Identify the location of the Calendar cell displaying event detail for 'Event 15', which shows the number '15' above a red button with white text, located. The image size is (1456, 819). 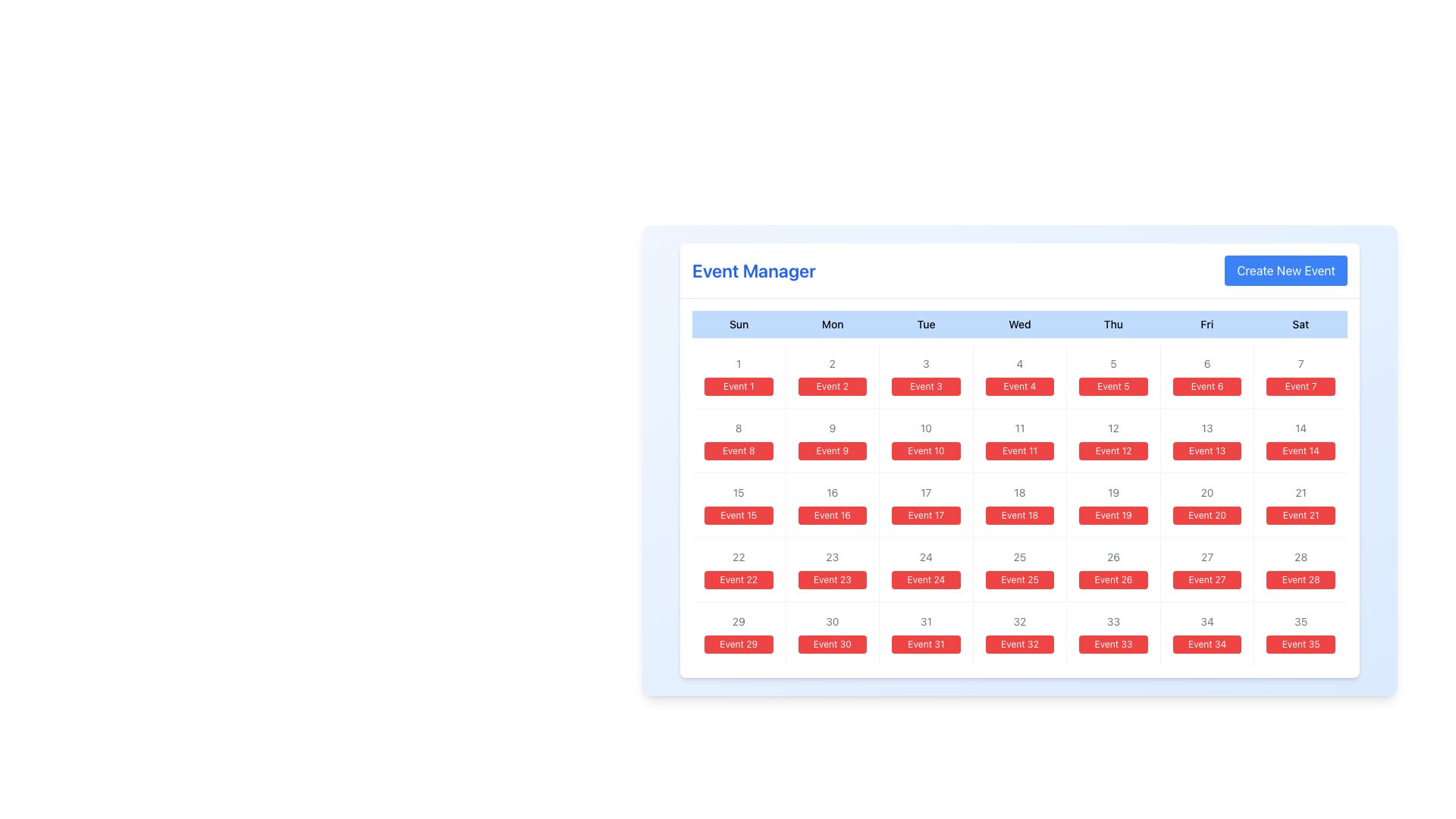
(739, 505).